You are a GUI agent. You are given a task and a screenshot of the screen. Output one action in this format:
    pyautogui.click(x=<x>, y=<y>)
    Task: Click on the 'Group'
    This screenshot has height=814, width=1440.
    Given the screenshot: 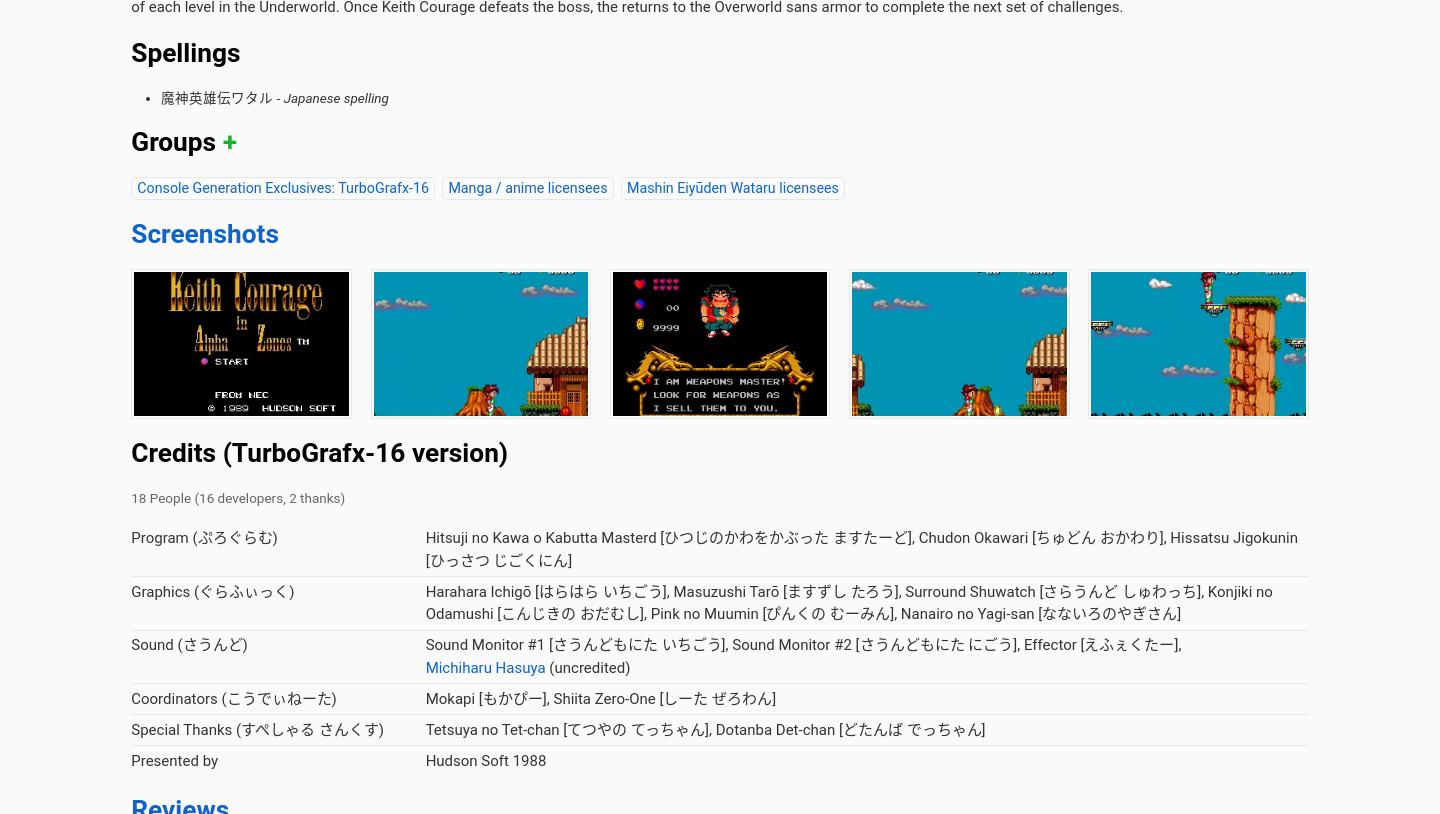 What is the action you would take?
    pyautogui.click(x=699, y=145)
    